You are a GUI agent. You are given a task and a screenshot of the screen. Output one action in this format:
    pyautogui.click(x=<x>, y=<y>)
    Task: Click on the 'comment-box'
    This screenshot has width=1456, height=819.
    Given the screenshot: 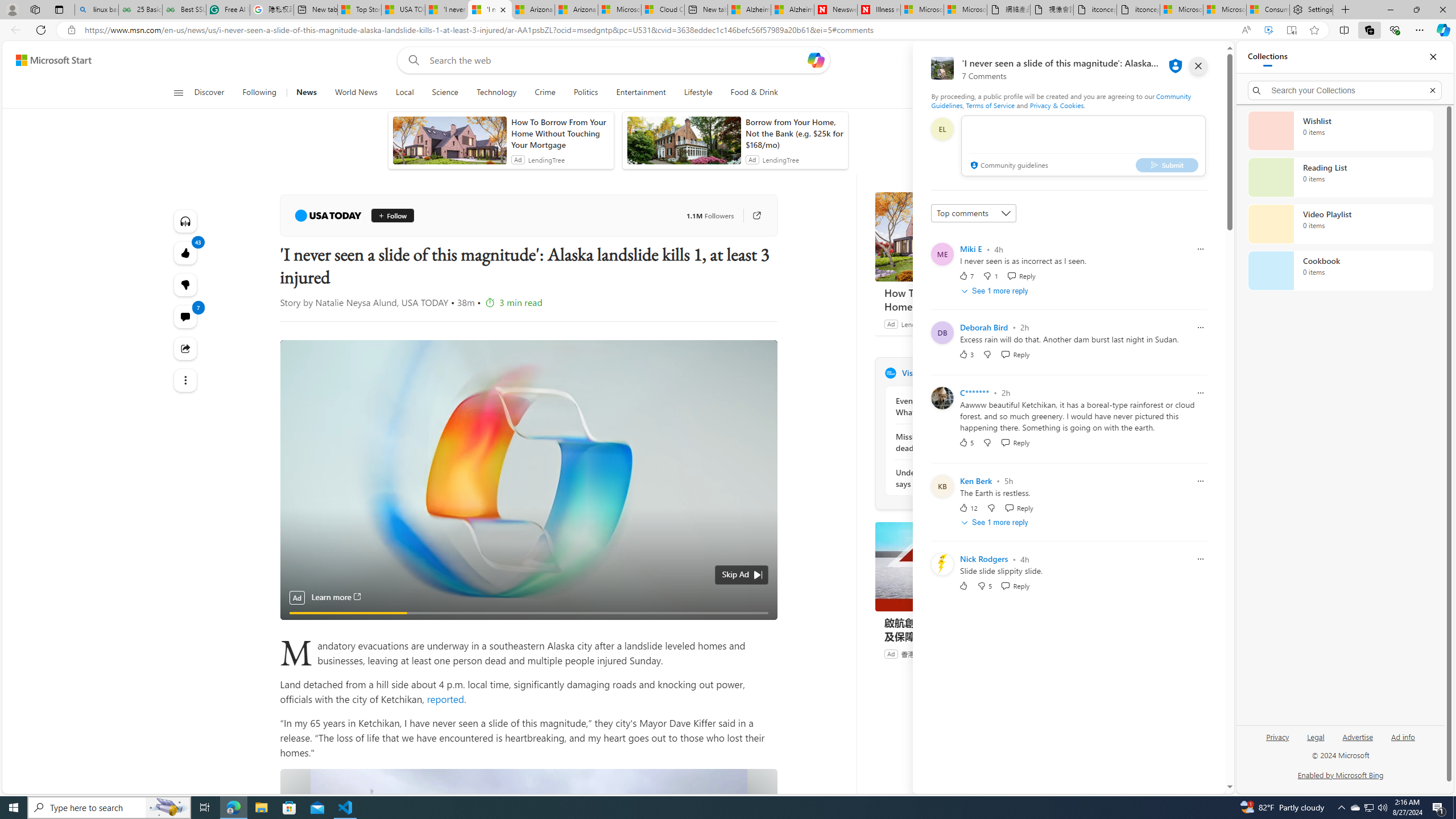 What is the action you would take?
    pyautogui.click(x=1082, y=146)
    